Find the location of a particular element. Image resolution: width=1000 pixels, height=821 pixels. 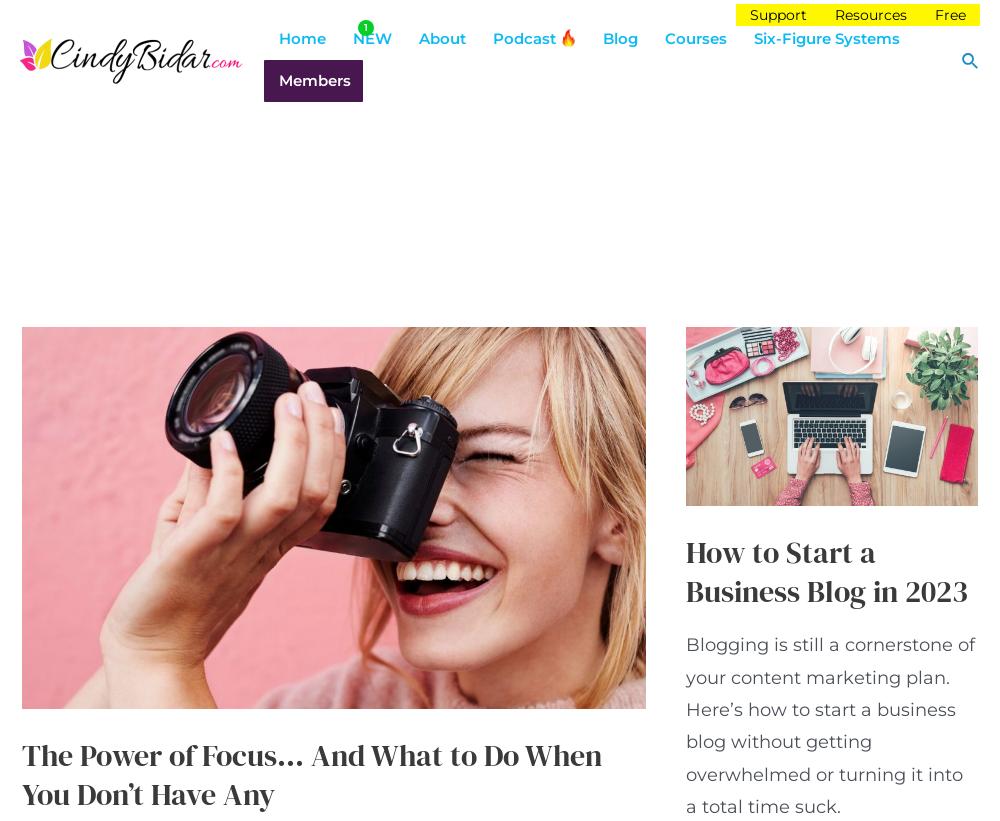

'Home' is located at coordinates (302, 37).